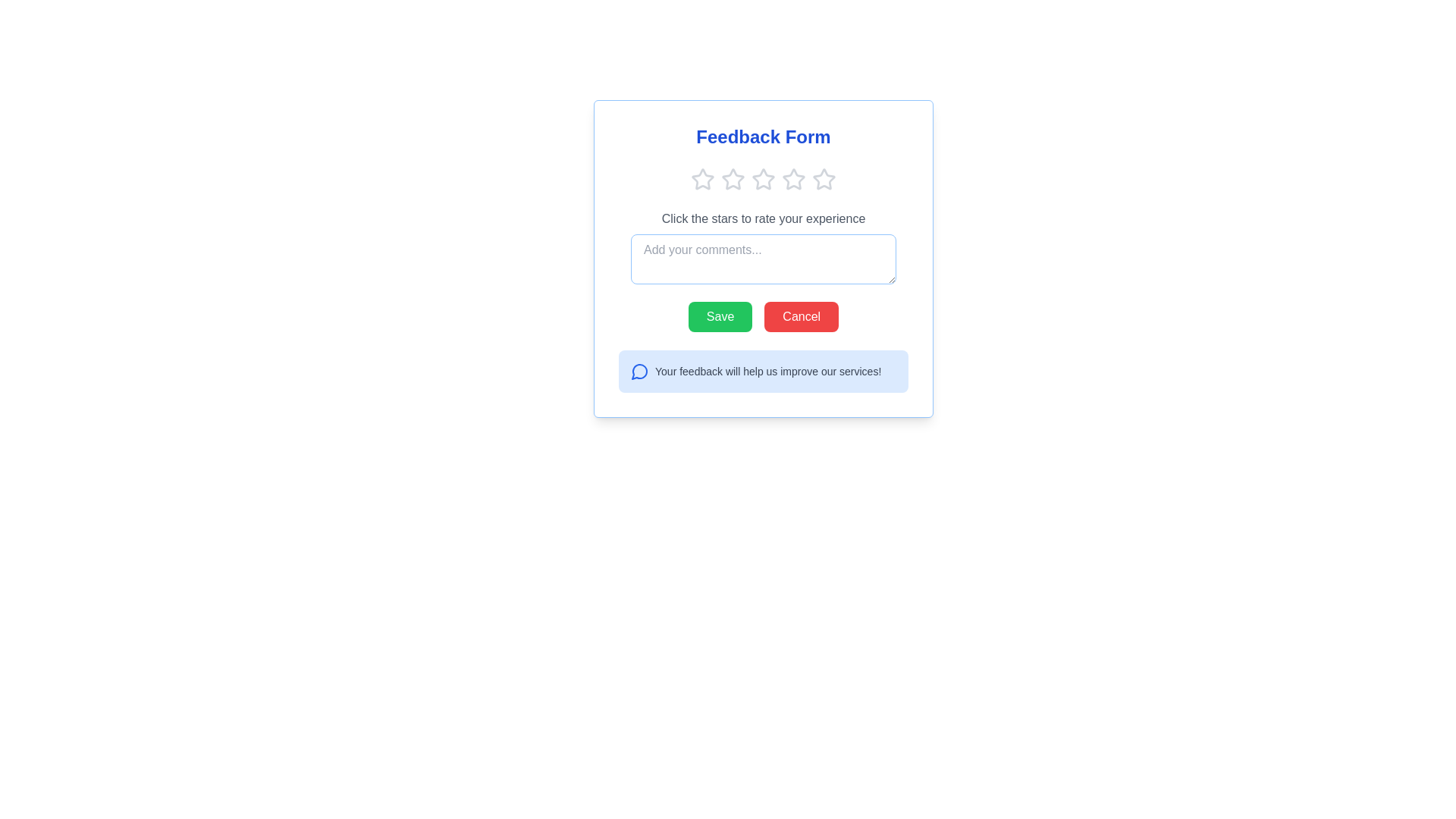 This screenshot has width=1456, height=819. I want to click on the fifth star rating button, which is a light gray star icon in a row of five stars at the top center of the form interface, so click(823, 178).